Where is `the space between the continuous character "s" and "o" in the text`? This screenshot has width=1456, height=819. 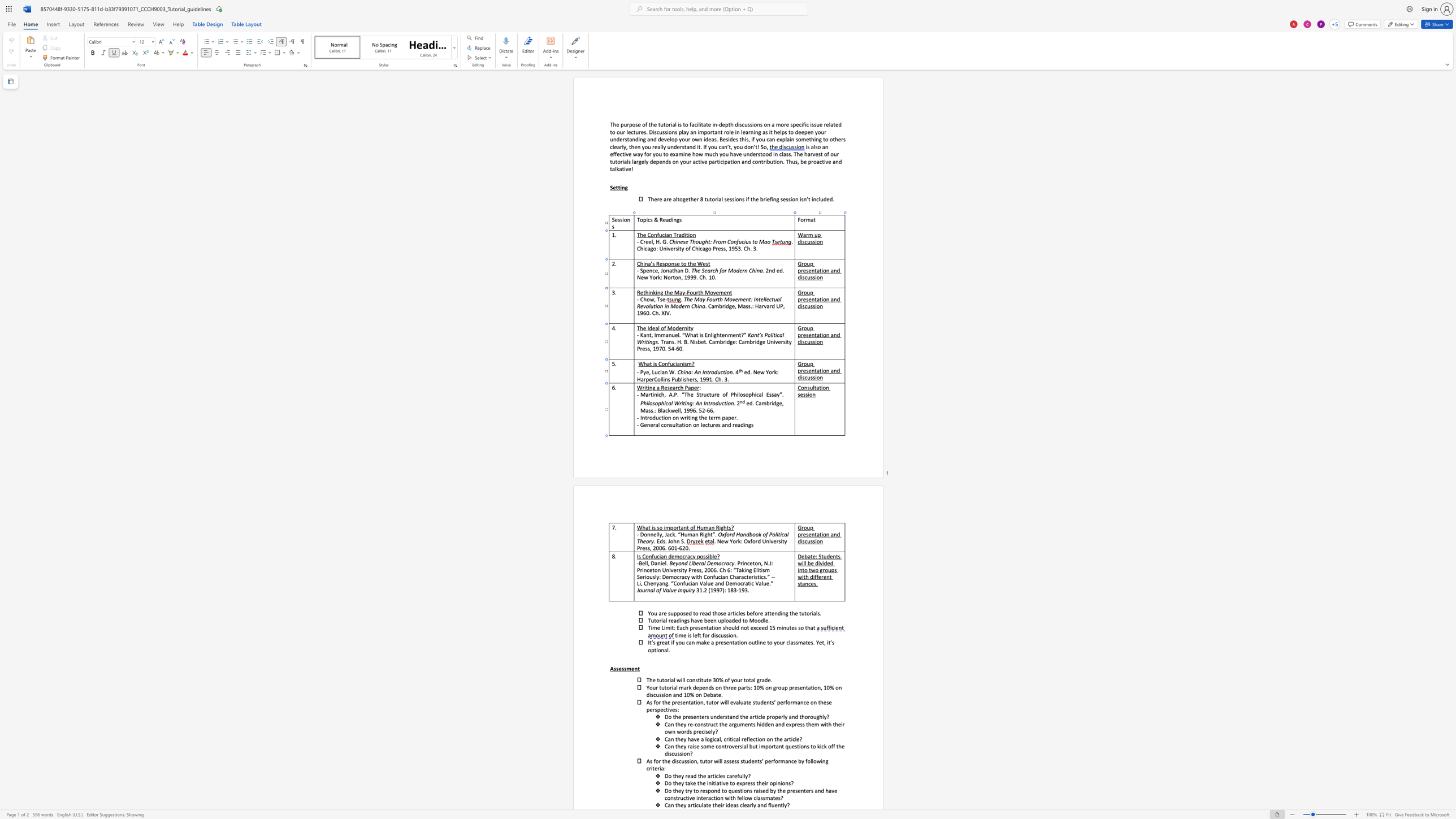
the space between the continuous character "s" and "o" in the text is located at coordinates (654, 402).